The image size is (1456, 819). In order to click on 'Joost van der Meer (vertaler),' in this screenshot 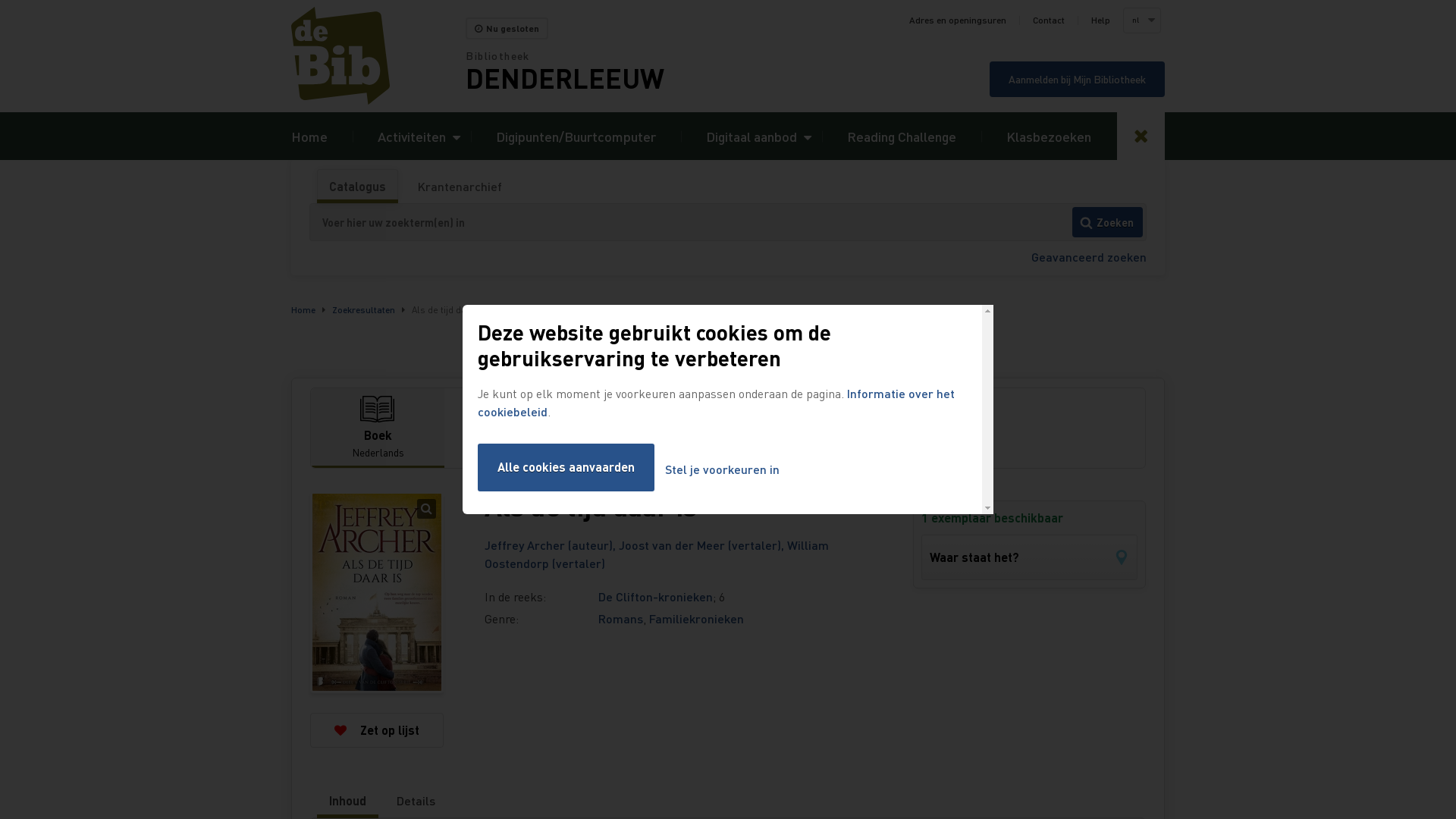, I will do `click(701, 544)`.